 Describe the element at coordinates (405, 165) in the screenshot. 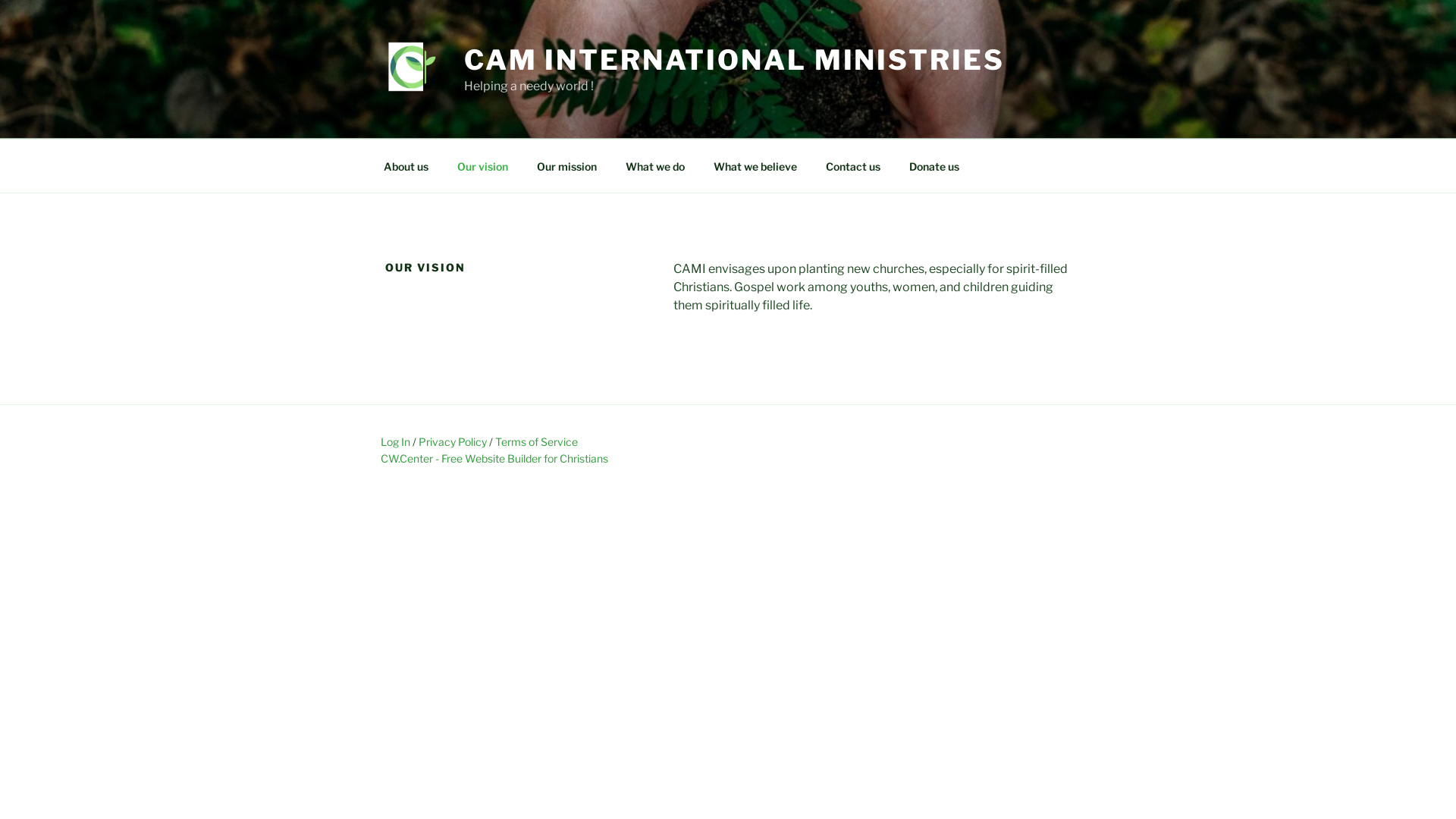

I see `'About us'` at that location.